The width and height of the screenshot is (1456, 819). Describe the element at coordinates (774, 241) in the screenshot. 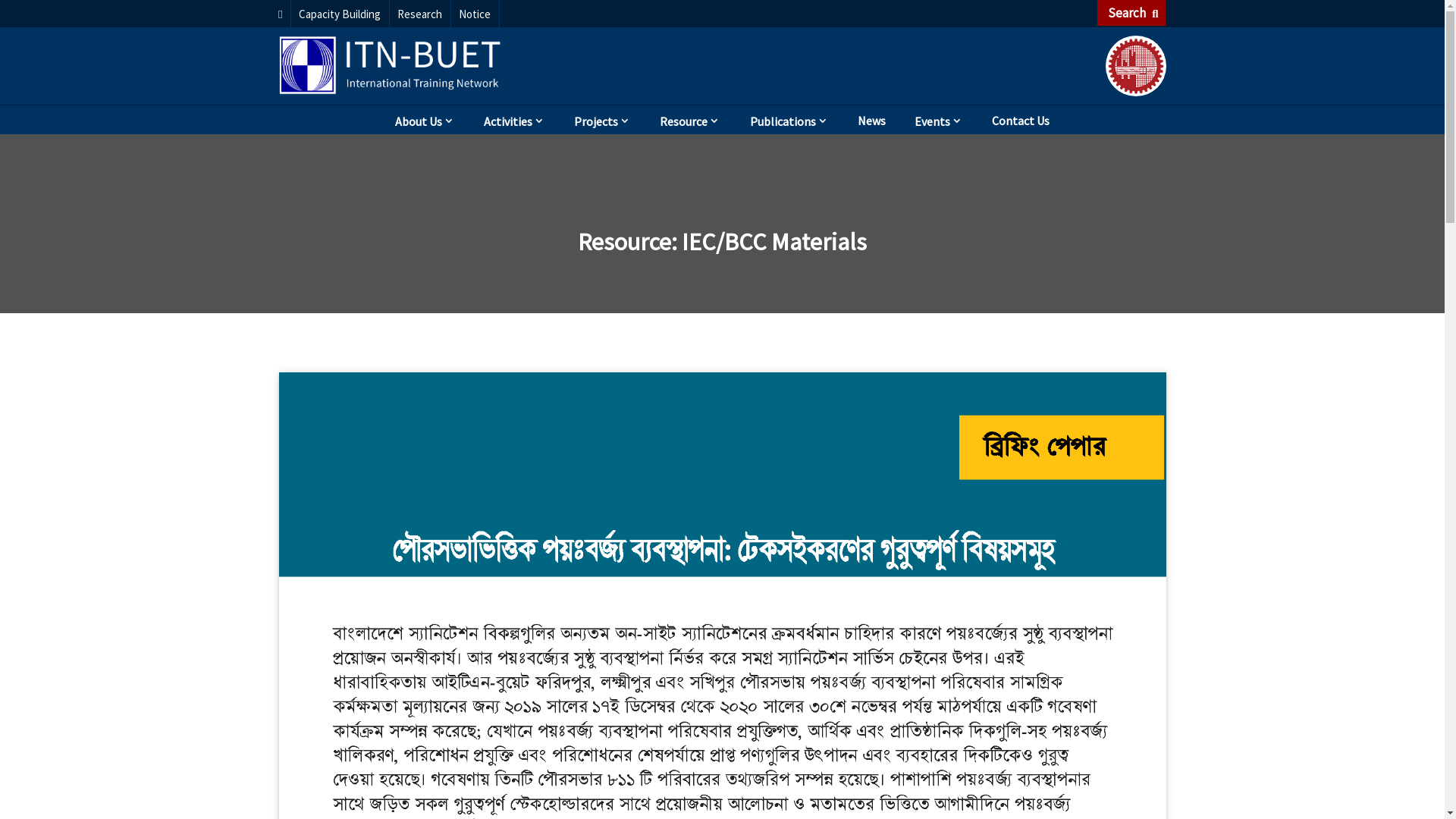

I see `'IEC/BCC Materials'` at that location.